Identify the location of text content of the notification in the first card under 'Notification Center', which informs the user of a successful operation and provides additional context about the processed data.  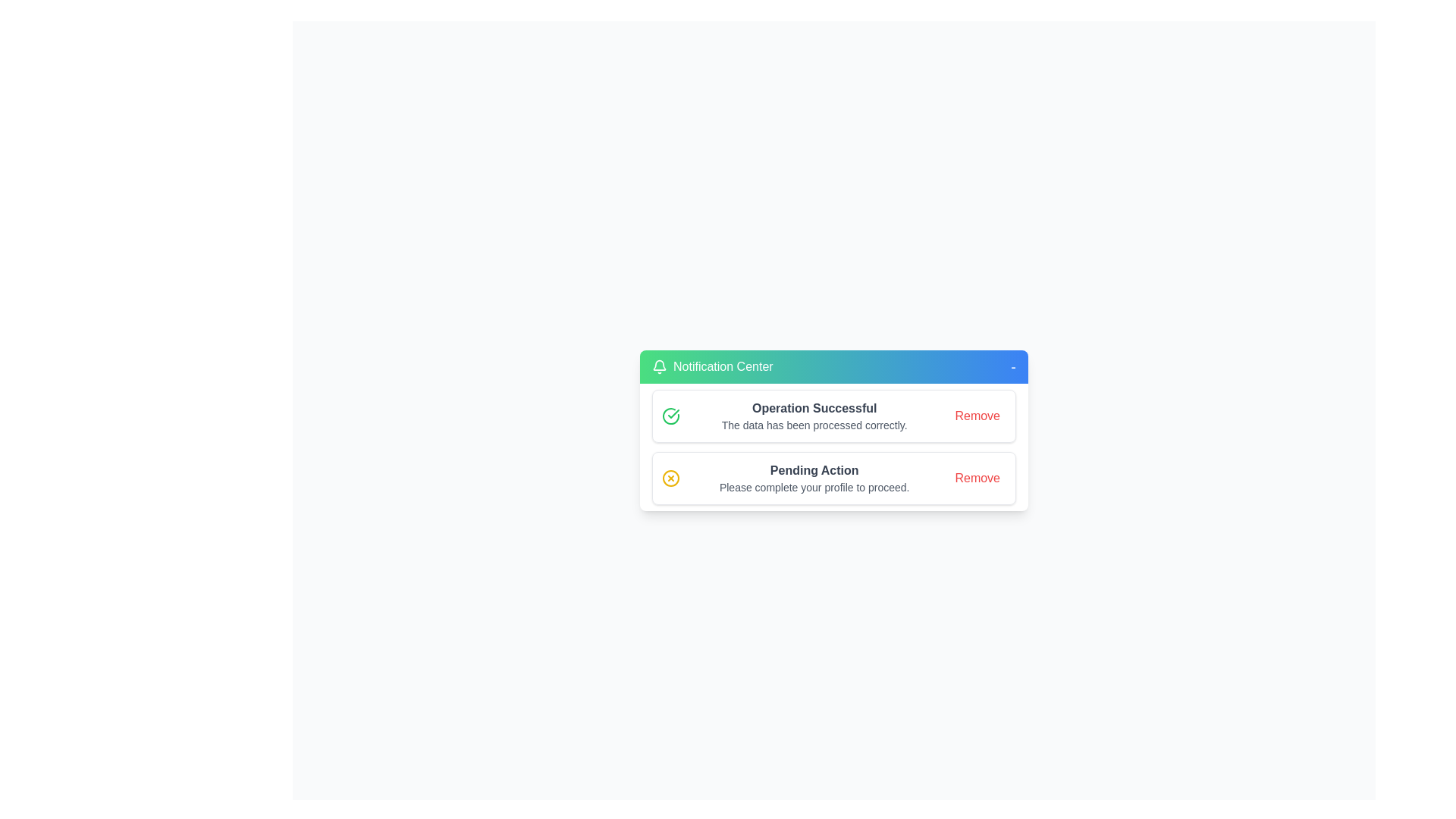
(814, 416).